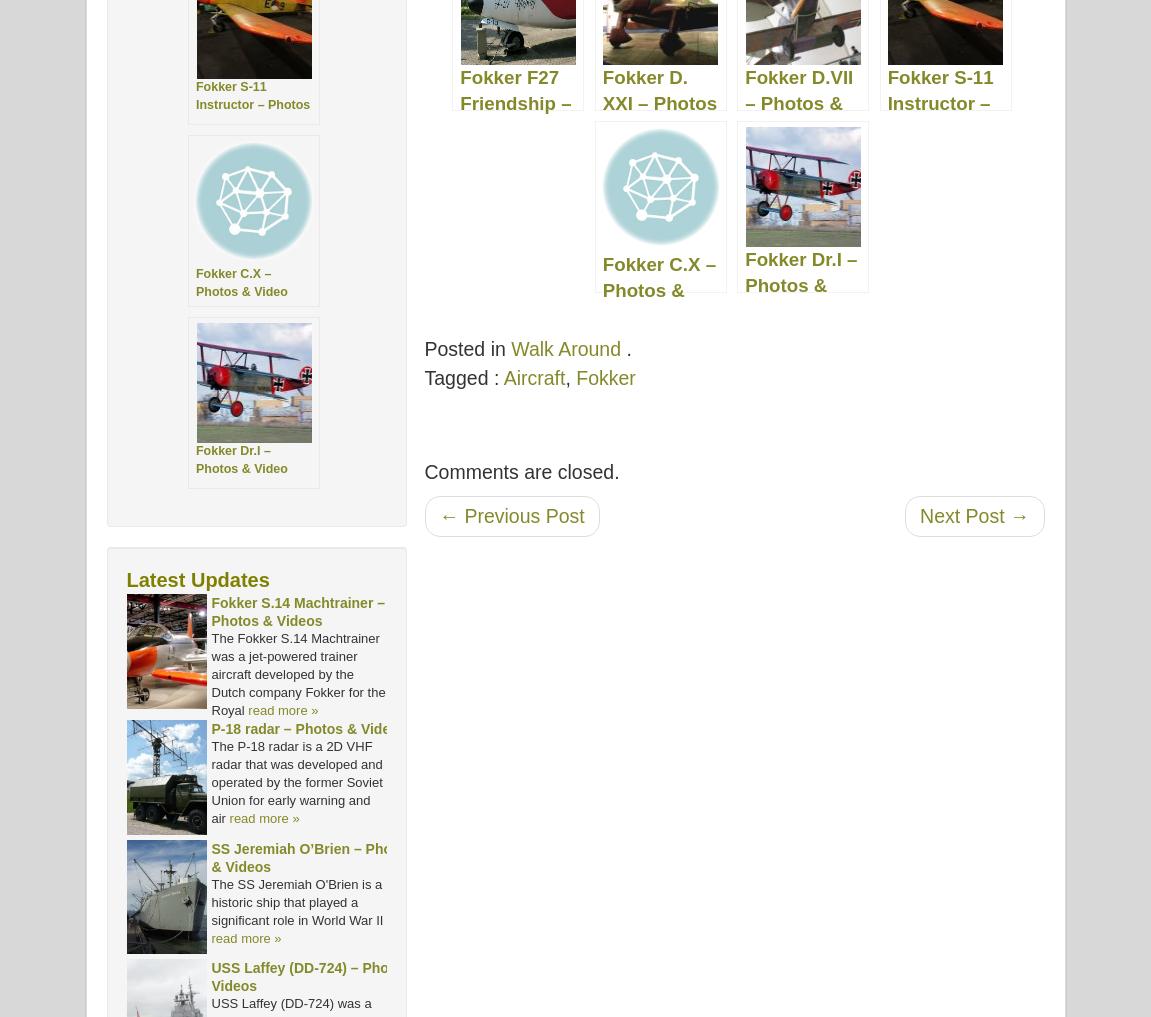  Describe the element at coordinates (514, 115) in the screenshot. I see `'Fokker F27 Friendship – Photos & Videos'` at that location.